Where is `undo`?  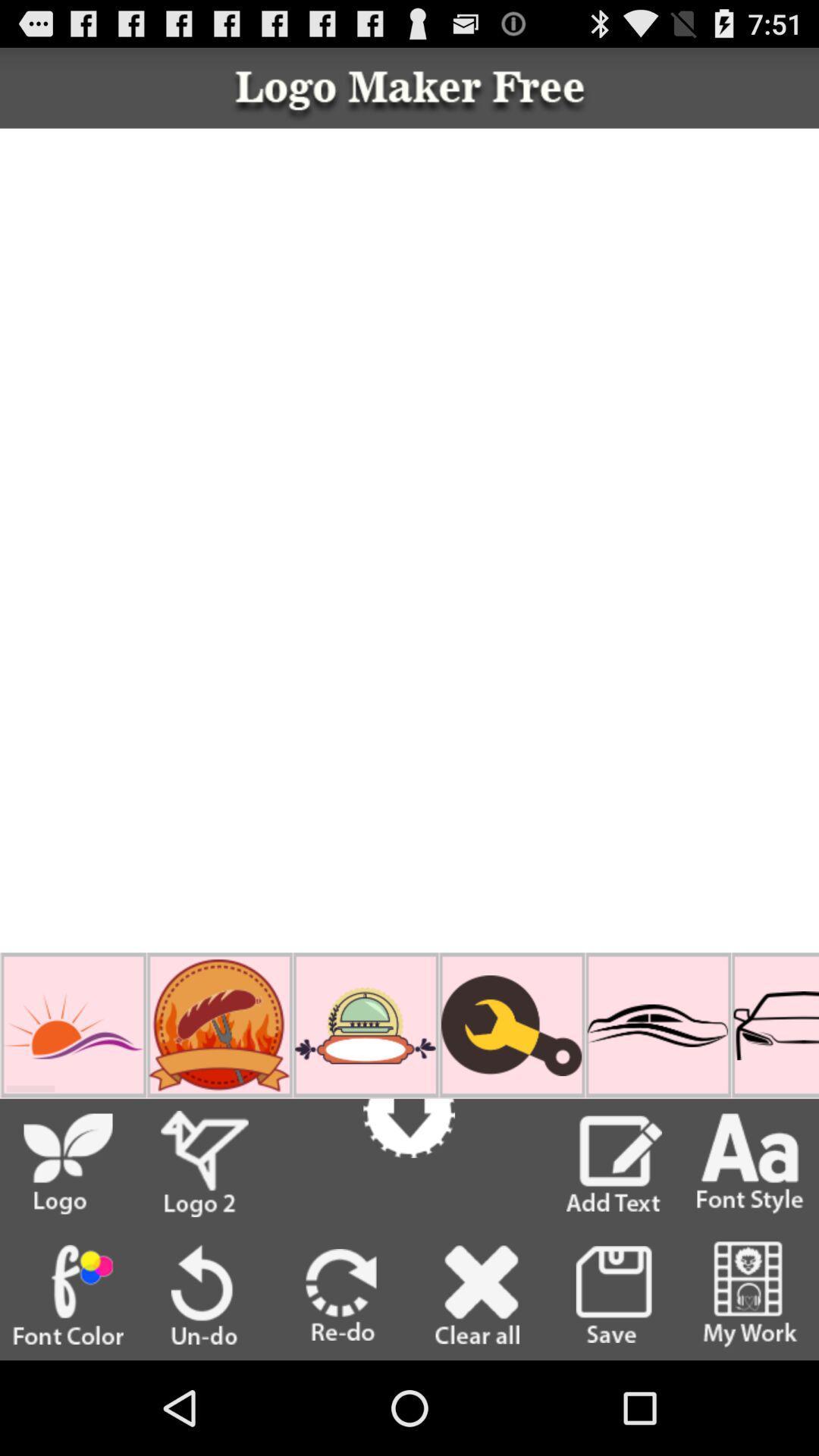
undo is located at coordinates (205, 1294).